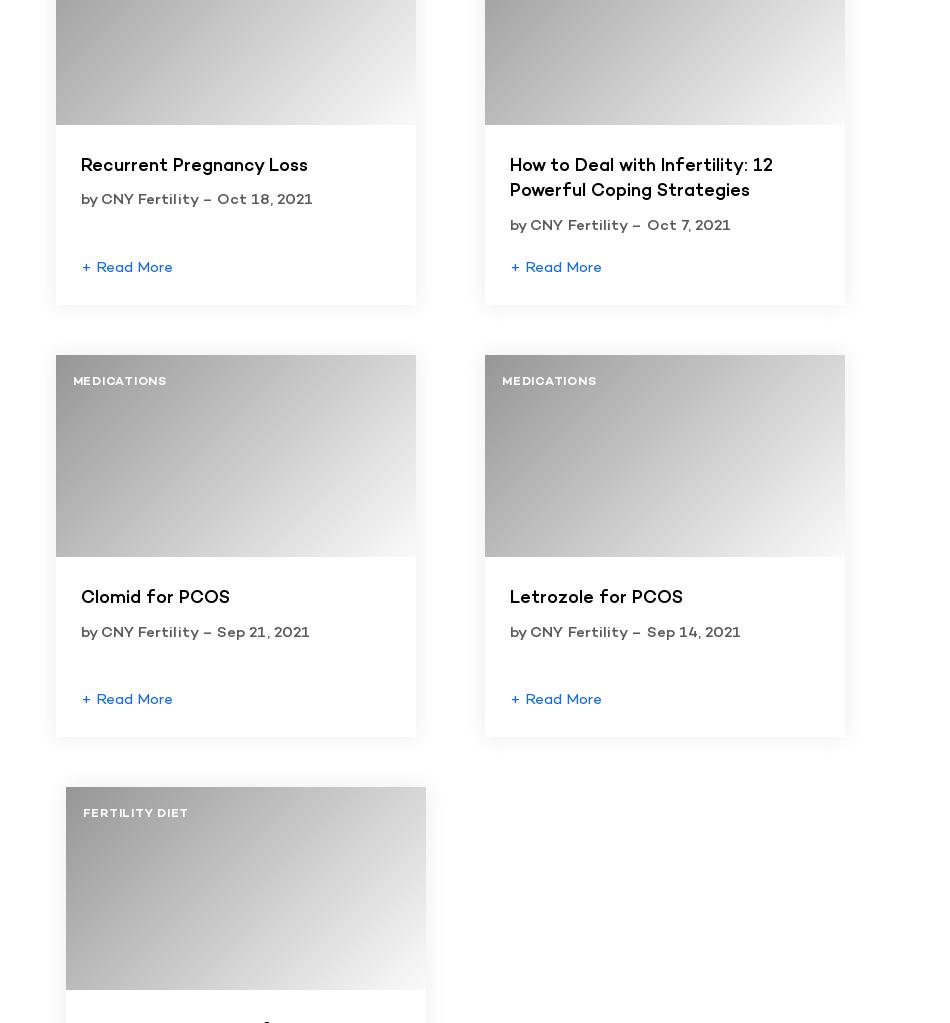 The height and width of the screenshot is (1023, 950). Describe the element at coordinates (596, 597) in the screenshot. I see `'Letrozole for PCOS'` at that location.